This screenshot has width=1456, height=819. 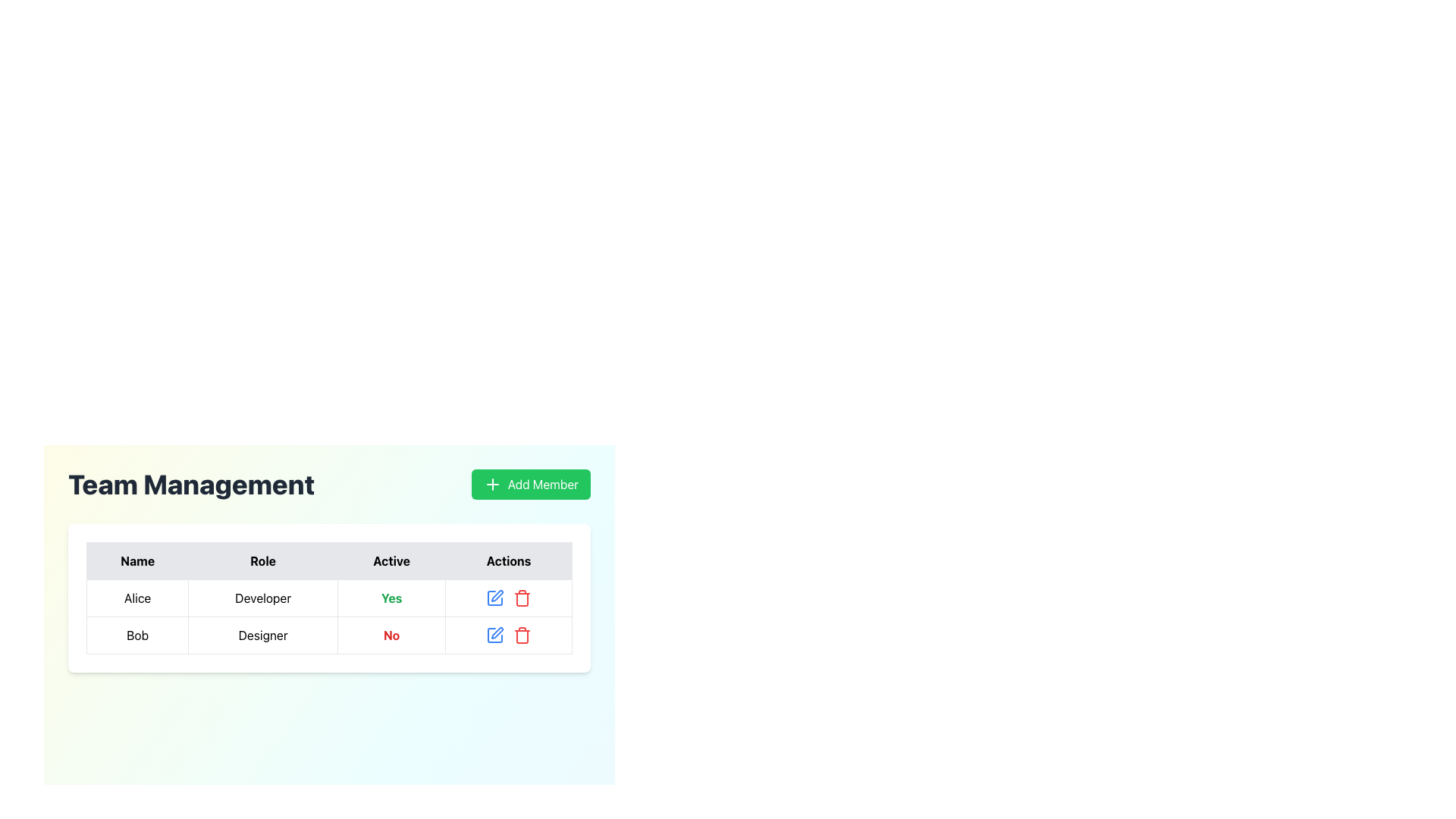 I want to click on the individual cells or buttons within the table row displaying 'Bob' as the name, 'Designer' as the role, and 'No' as the status in the 'Team Management' section, so click(x=328, y=635).